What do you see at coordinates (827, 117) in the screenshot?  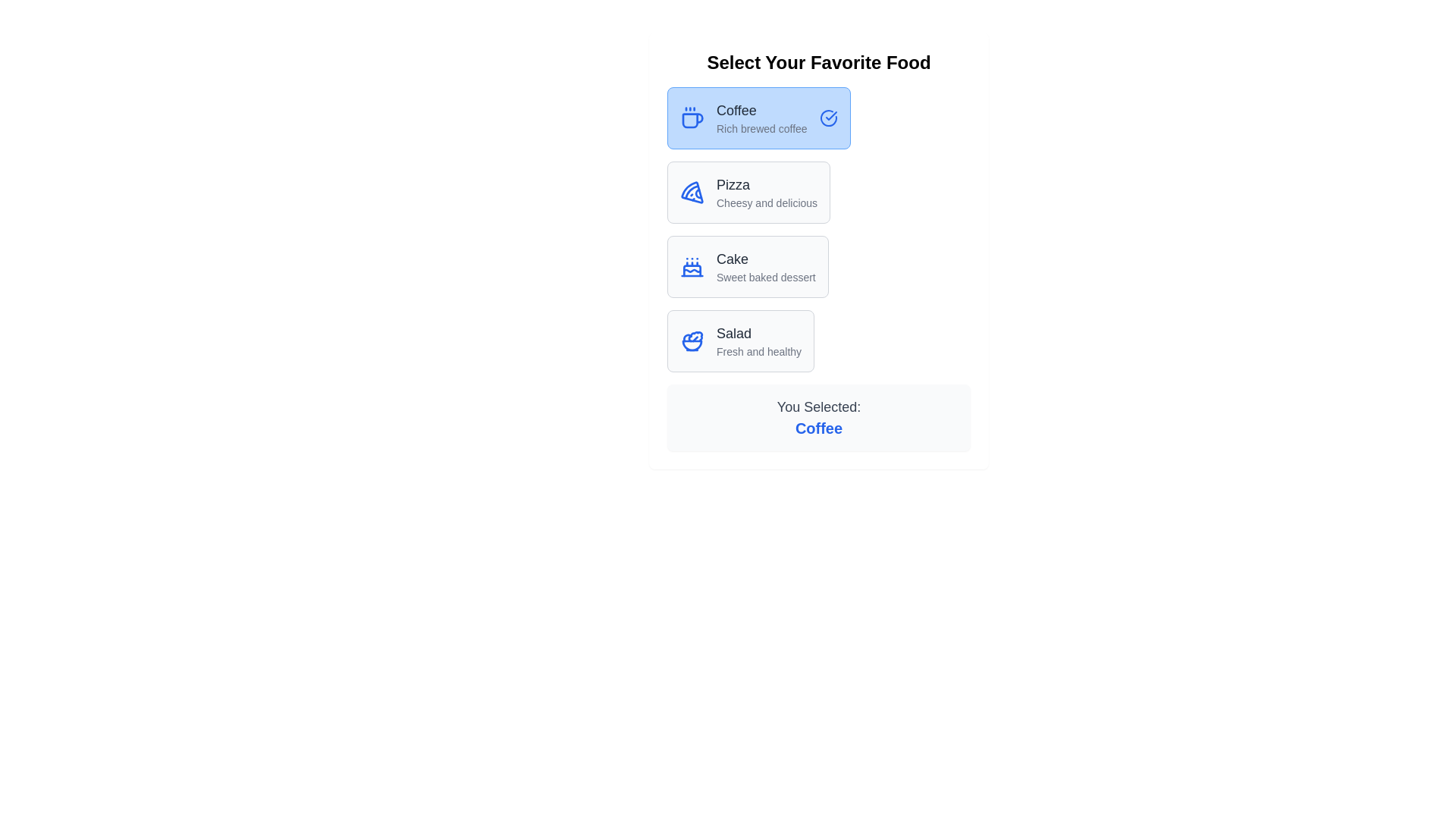 I see `the circular checkmark icon with a blue outline located in the upper-right corner of the 'Coffee Rich brewed coffee' list item for status indication` at bounding box center [827, 117].